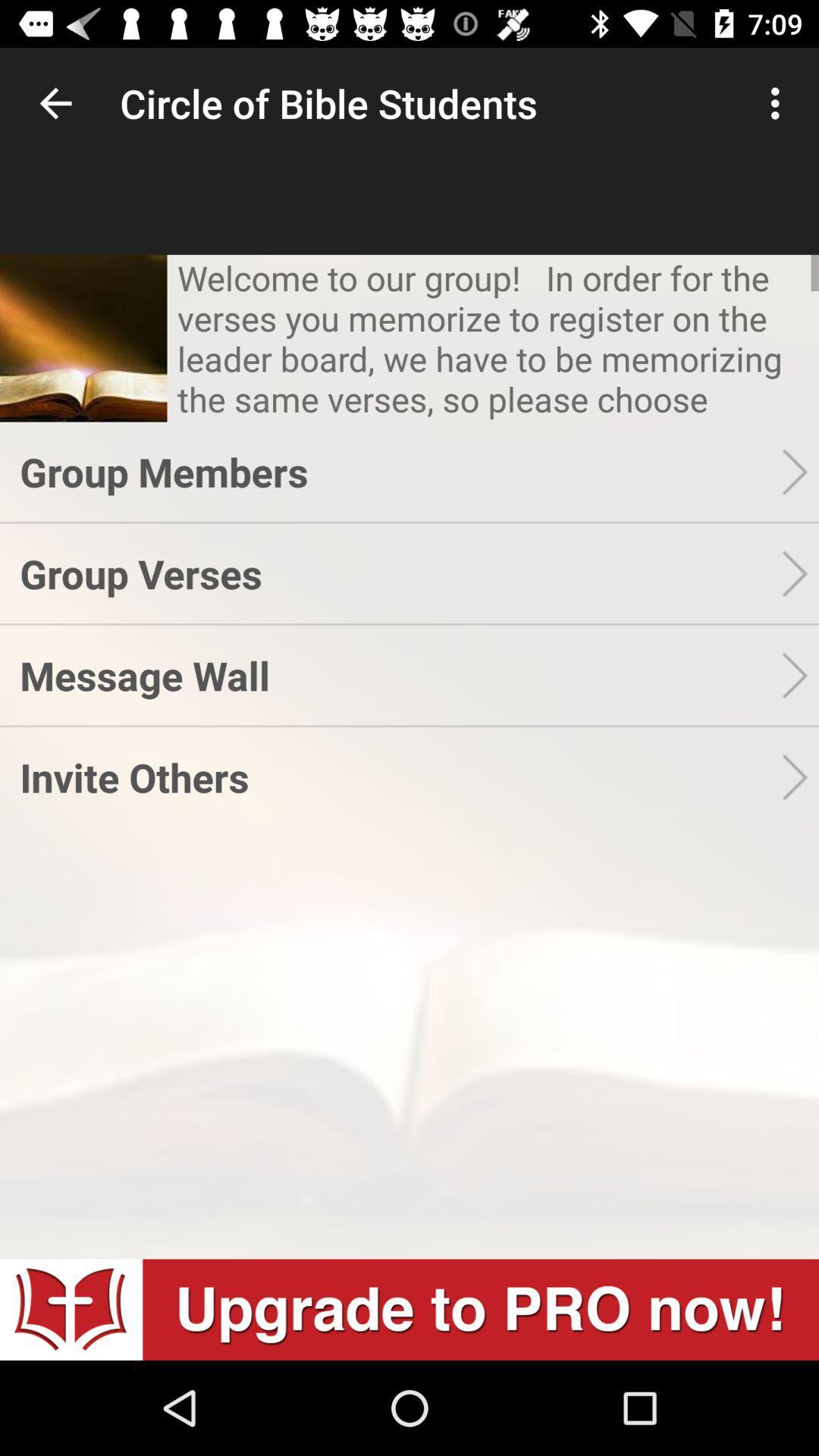  Describe the element at coordinates (400, 674) in the screenshot. I see `the message wall app` at that location.